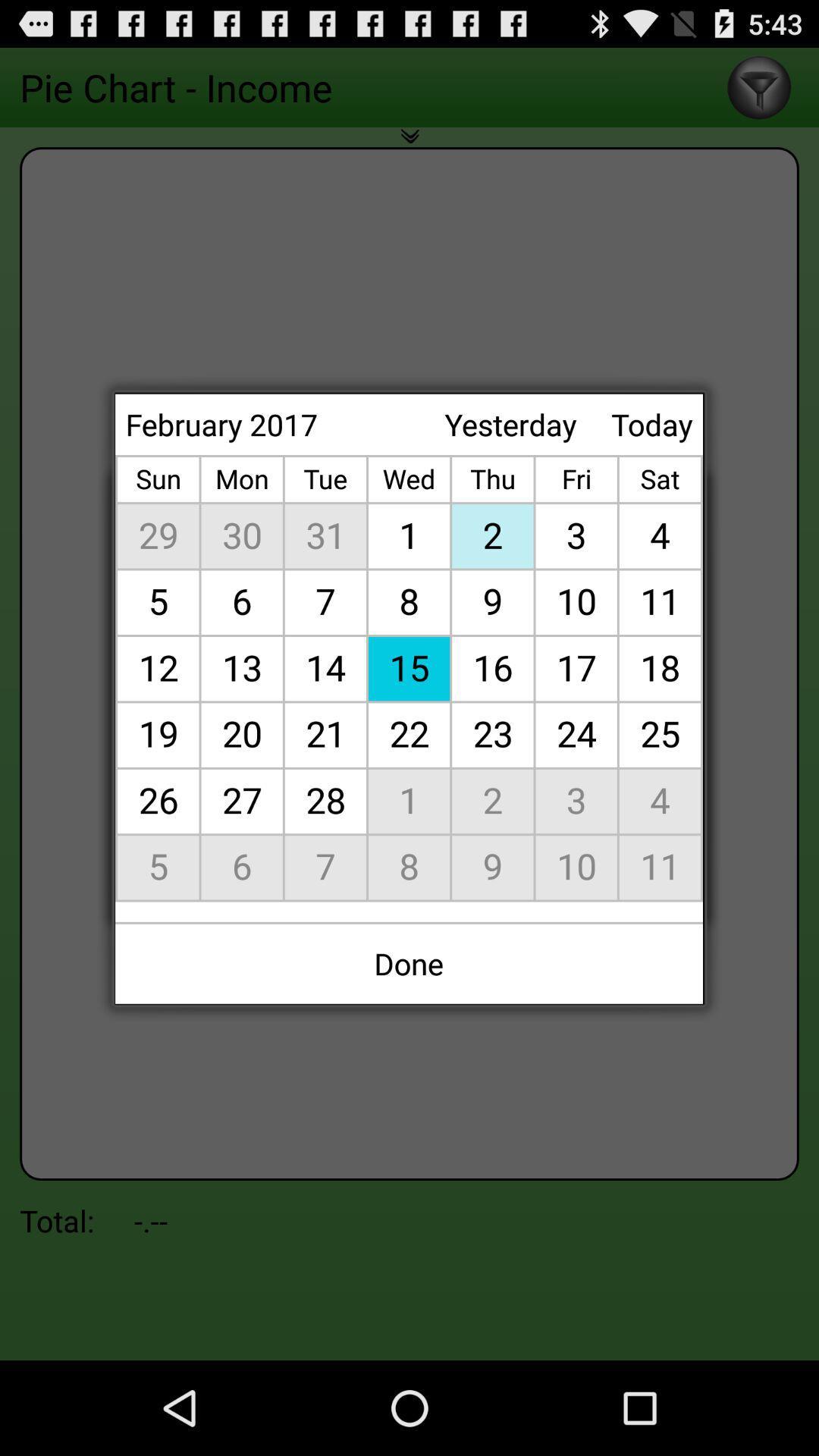 The height and width of the screenshot is (1456, 819). What do you see at coordinates (651, 424) in the screenshot?
I see `icon next to yesterday` at bounding box center [651, 424].